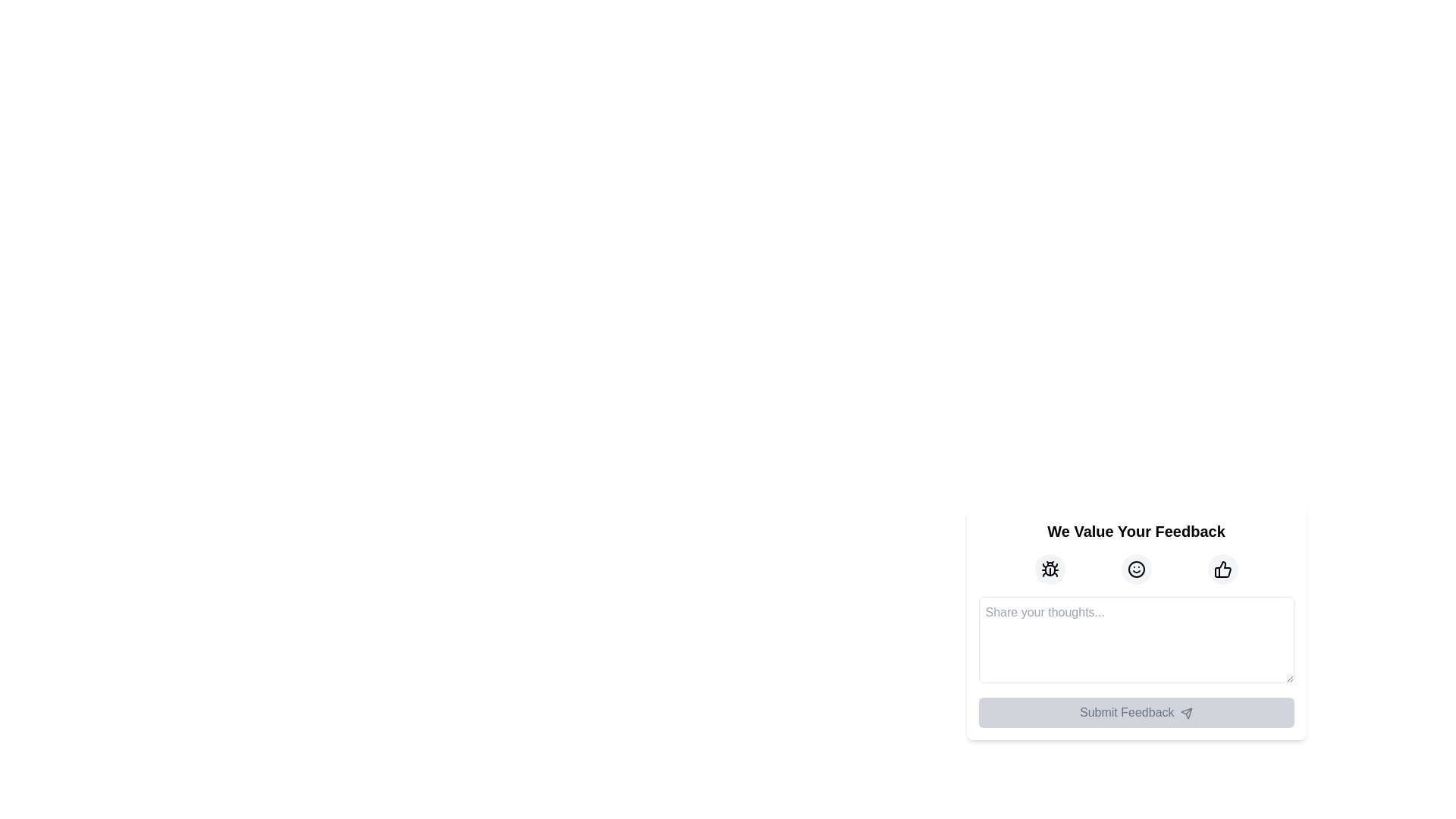 The image size is (1456, 819). Describe the element at coordinates (1136, 570) in the screenshot. I see `the circular graphic element representing a smiling face, which symbolizes positive feedback, located in the middle of the second icon from the left in a three-icon group at the top of the feedback form` at that location.